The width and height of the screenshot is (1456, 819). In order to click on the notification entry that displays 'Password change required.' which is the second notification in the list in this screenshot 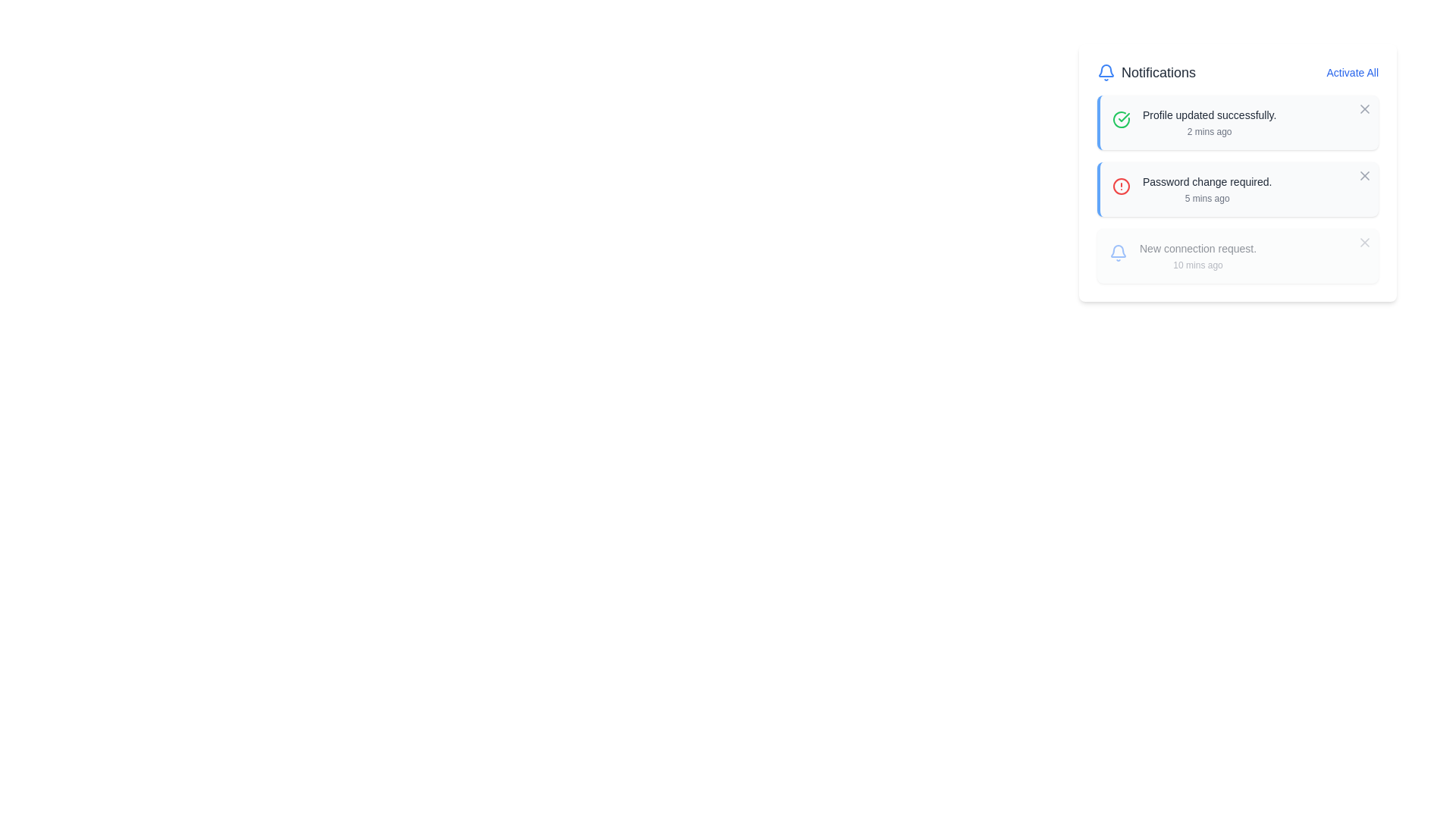, I will do `click(1207, 189)`.